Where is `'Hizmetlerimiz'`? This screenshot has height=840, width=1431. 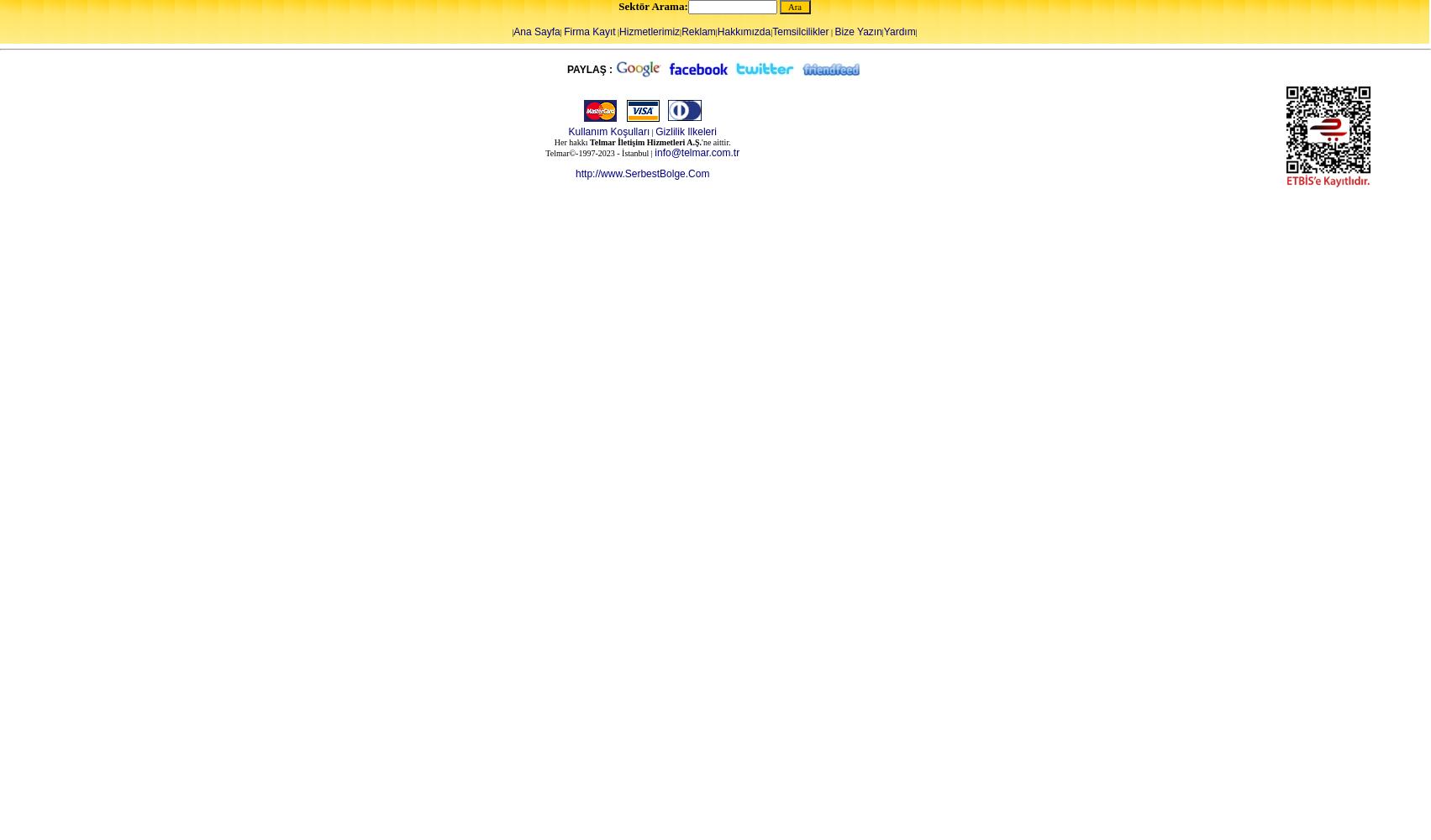 'Hizmetlerimiz' is located at coordinates (649, 32).